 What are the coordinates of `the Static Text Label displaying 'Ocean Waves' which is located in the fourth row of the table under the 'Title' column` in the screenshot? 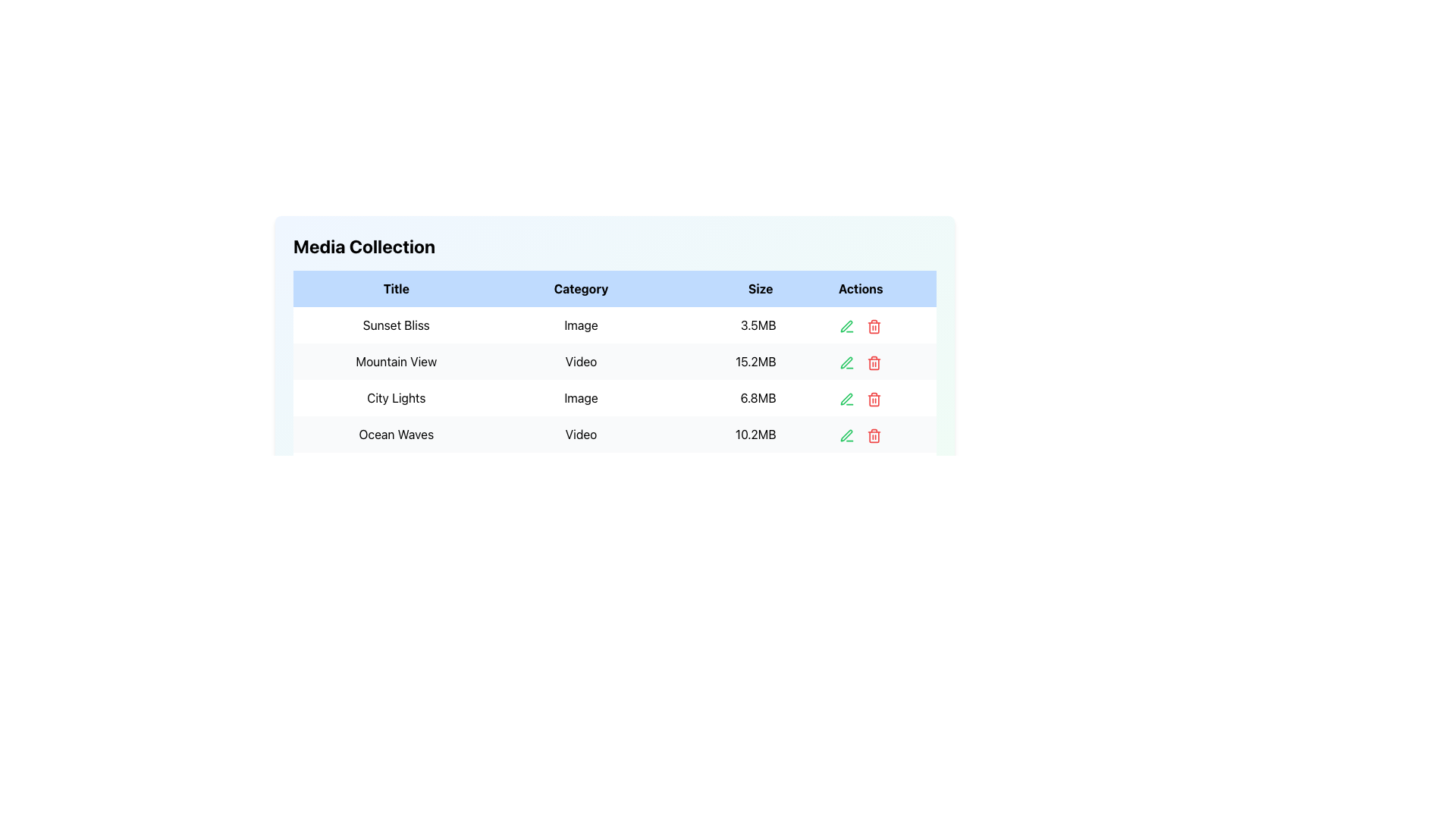 It's located at (396, 435).